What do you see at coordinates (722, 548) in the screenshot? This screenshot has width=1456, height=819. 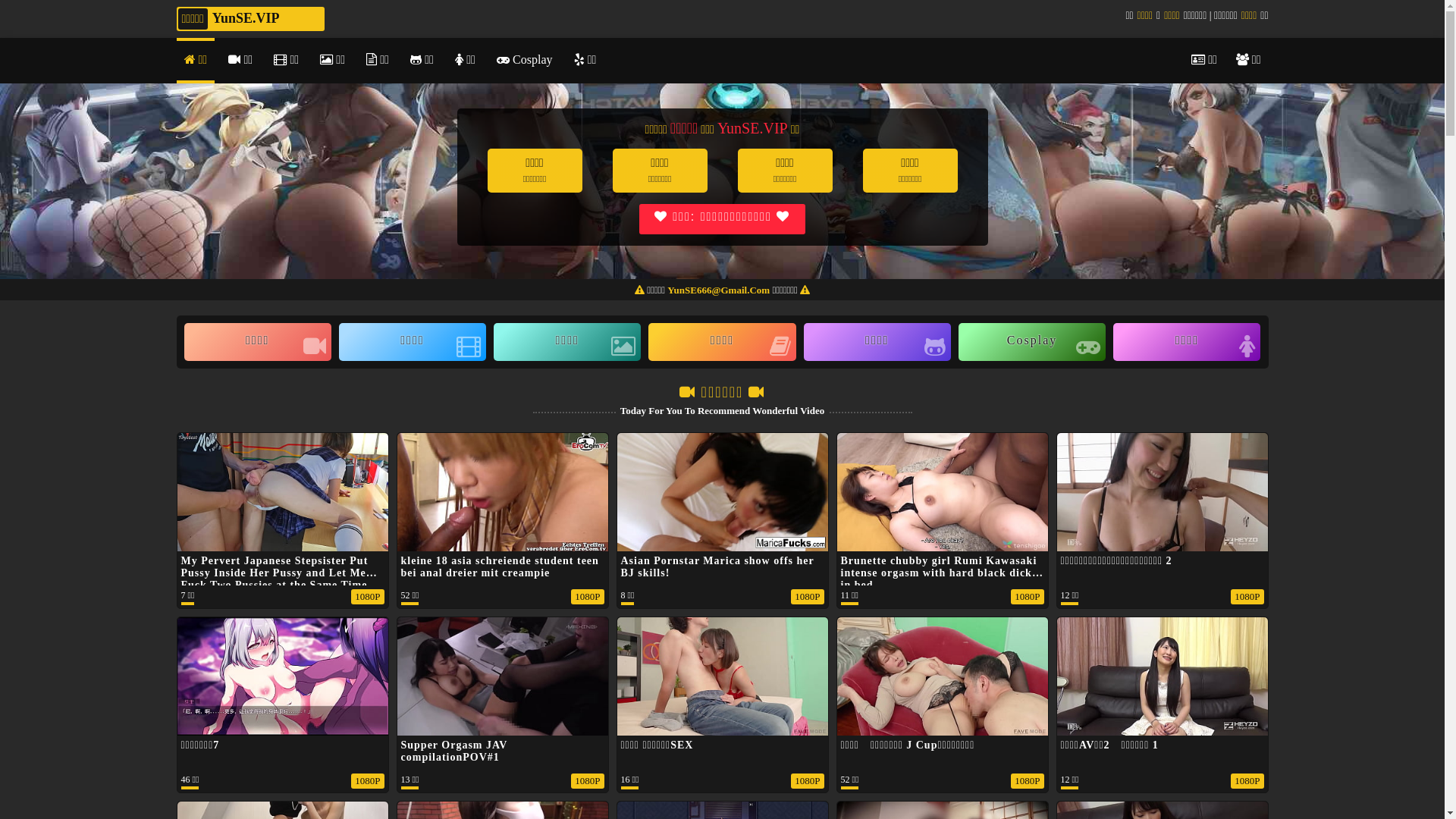 I see `'Asian Pornstar Marica show offs her BJ skills!'` at bounding box center [722, 548].